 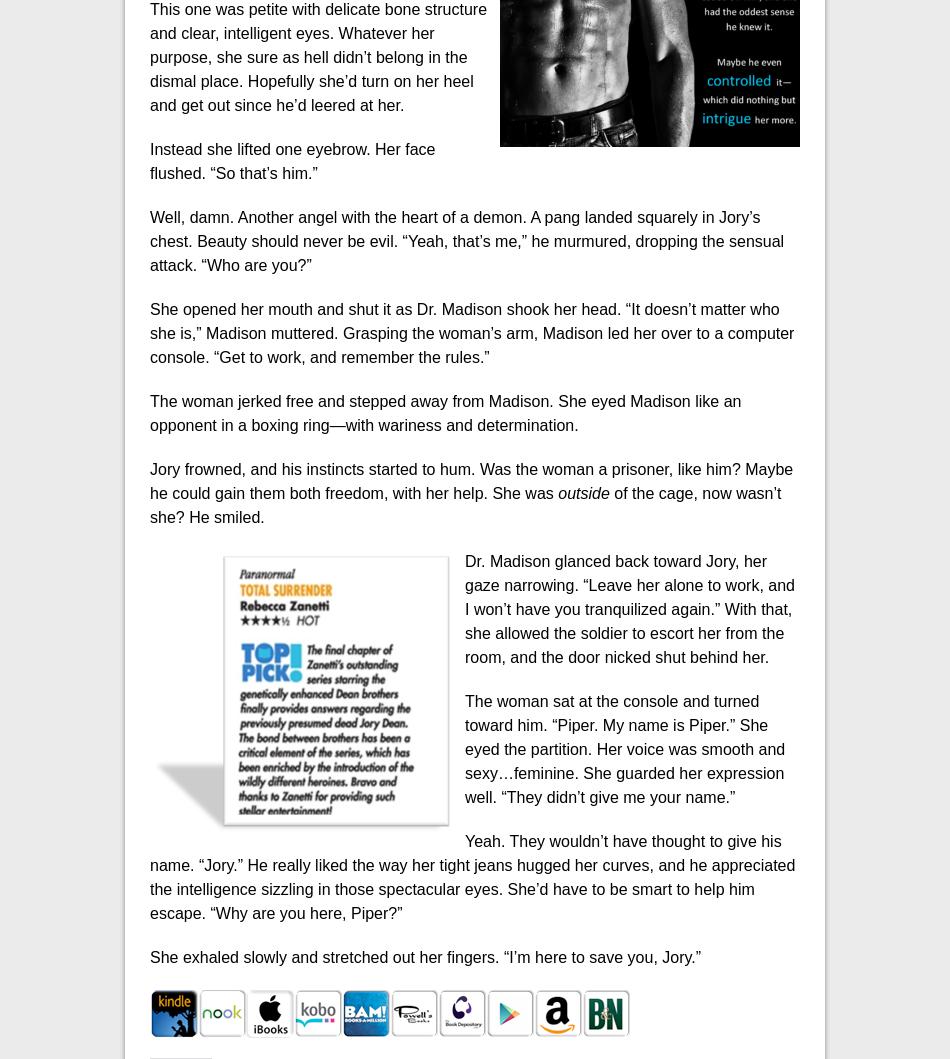 I want to click on 'outside', so click(x=585, y=492).